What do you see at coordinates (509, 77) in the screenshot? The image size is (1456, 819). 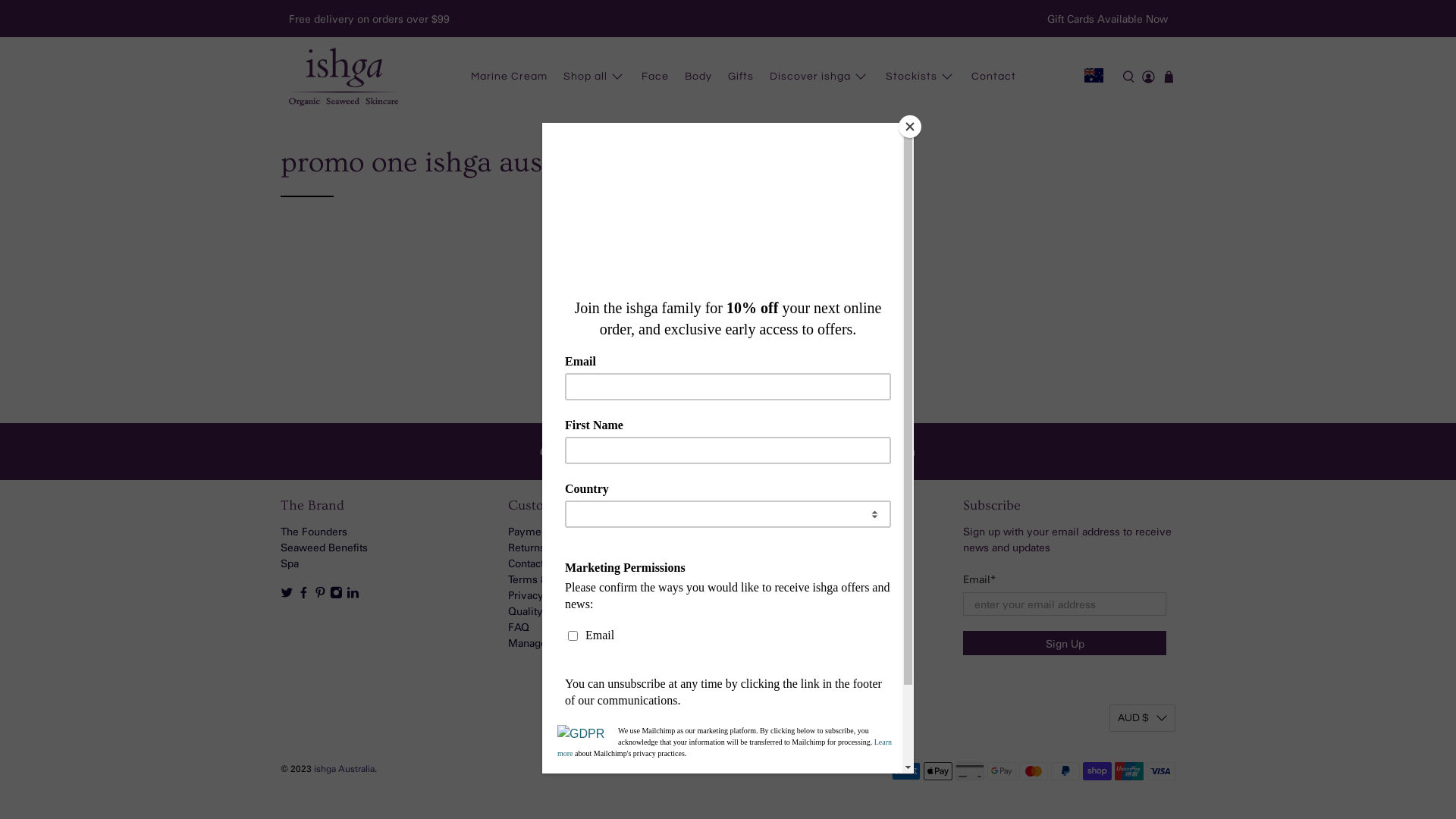 I see `'Marine Cream'` at bounding box center [509, 77].